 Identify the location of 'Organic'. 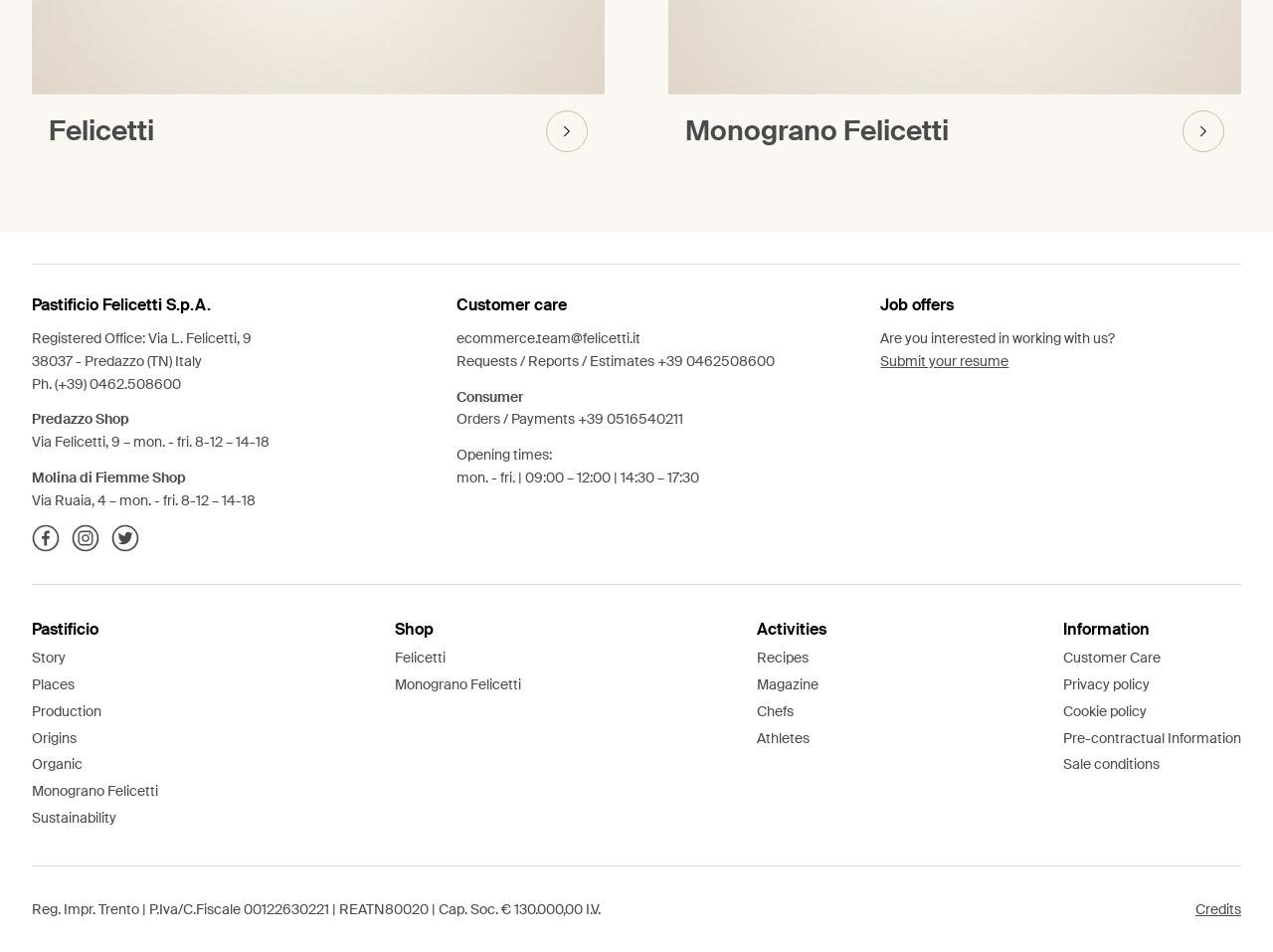
(57, 762).